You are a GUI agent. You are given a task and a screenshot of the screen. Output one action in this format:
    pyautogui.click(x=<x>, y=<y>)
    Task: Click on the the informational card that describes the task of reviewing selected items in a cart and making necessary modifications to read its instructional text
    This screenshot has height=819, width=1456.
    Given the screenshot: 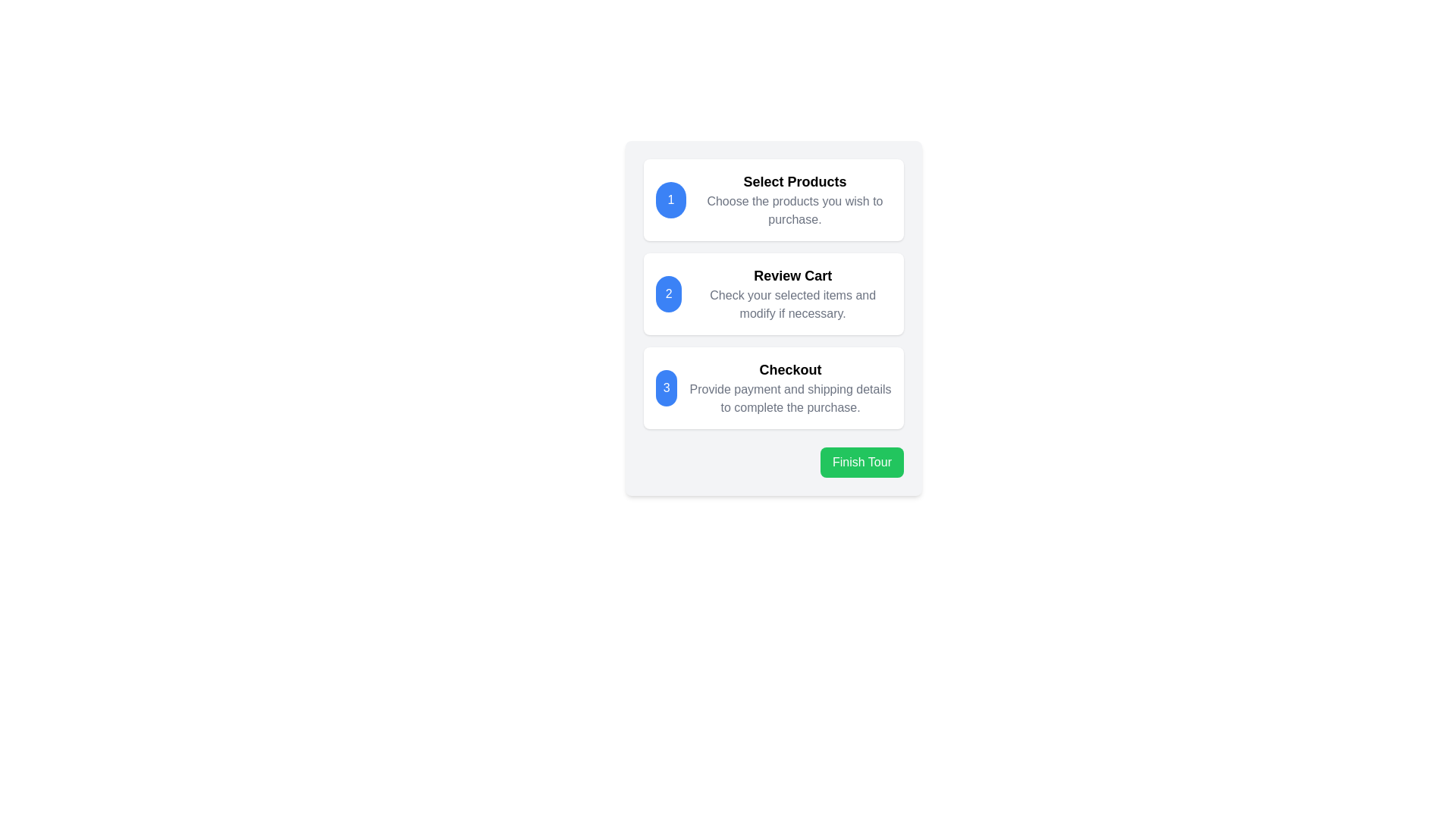 What is the action you would take?
    pyautogui.click(x=773, y=294)
    